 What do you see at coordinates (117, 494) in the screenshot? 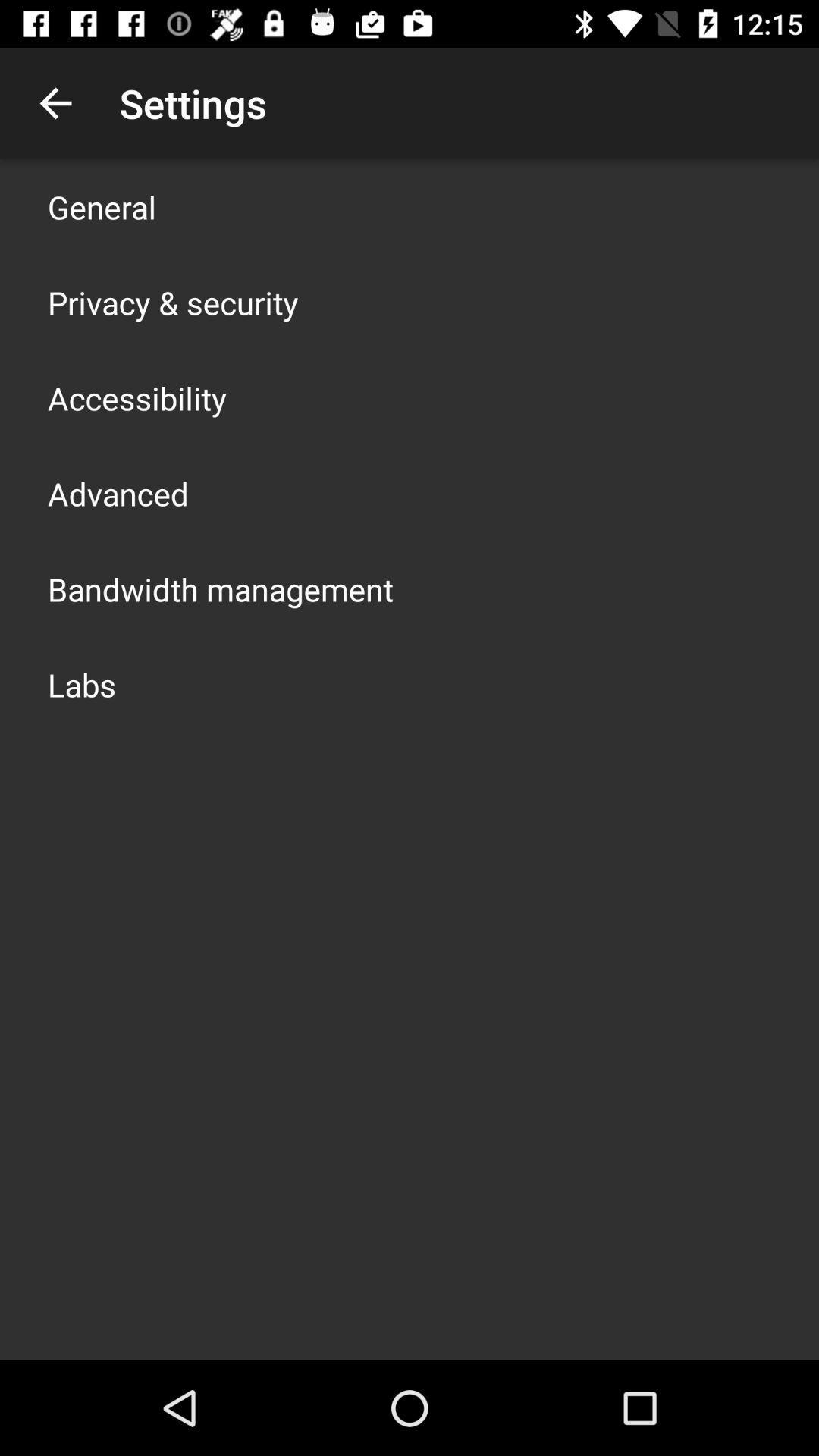
I see `advanced app` at bounding box center [117, 494].